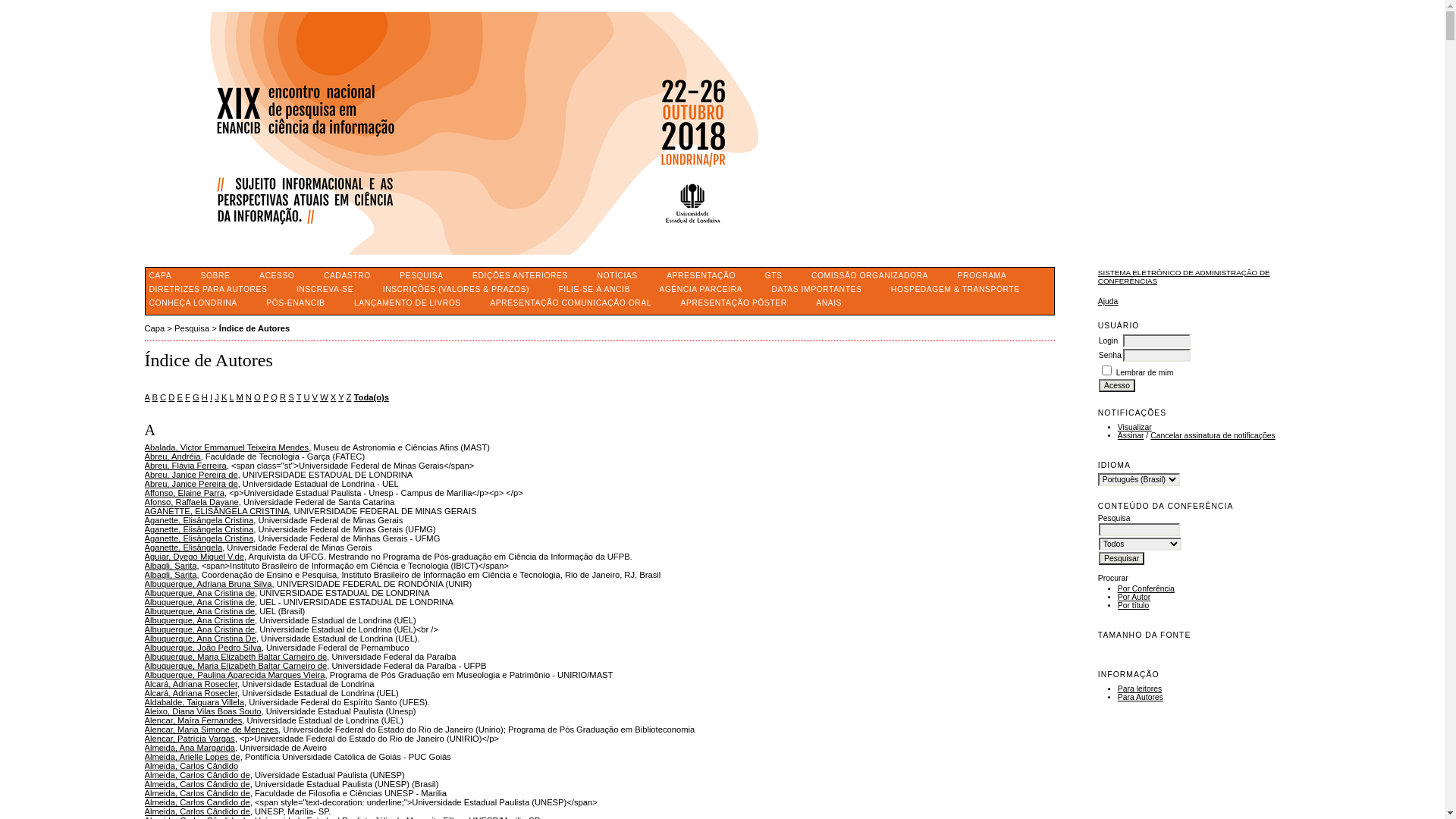 Image resolution: width=1456 pixels, height=819 pixels. I want to click on 'Pesquisa', so click(191, 327).